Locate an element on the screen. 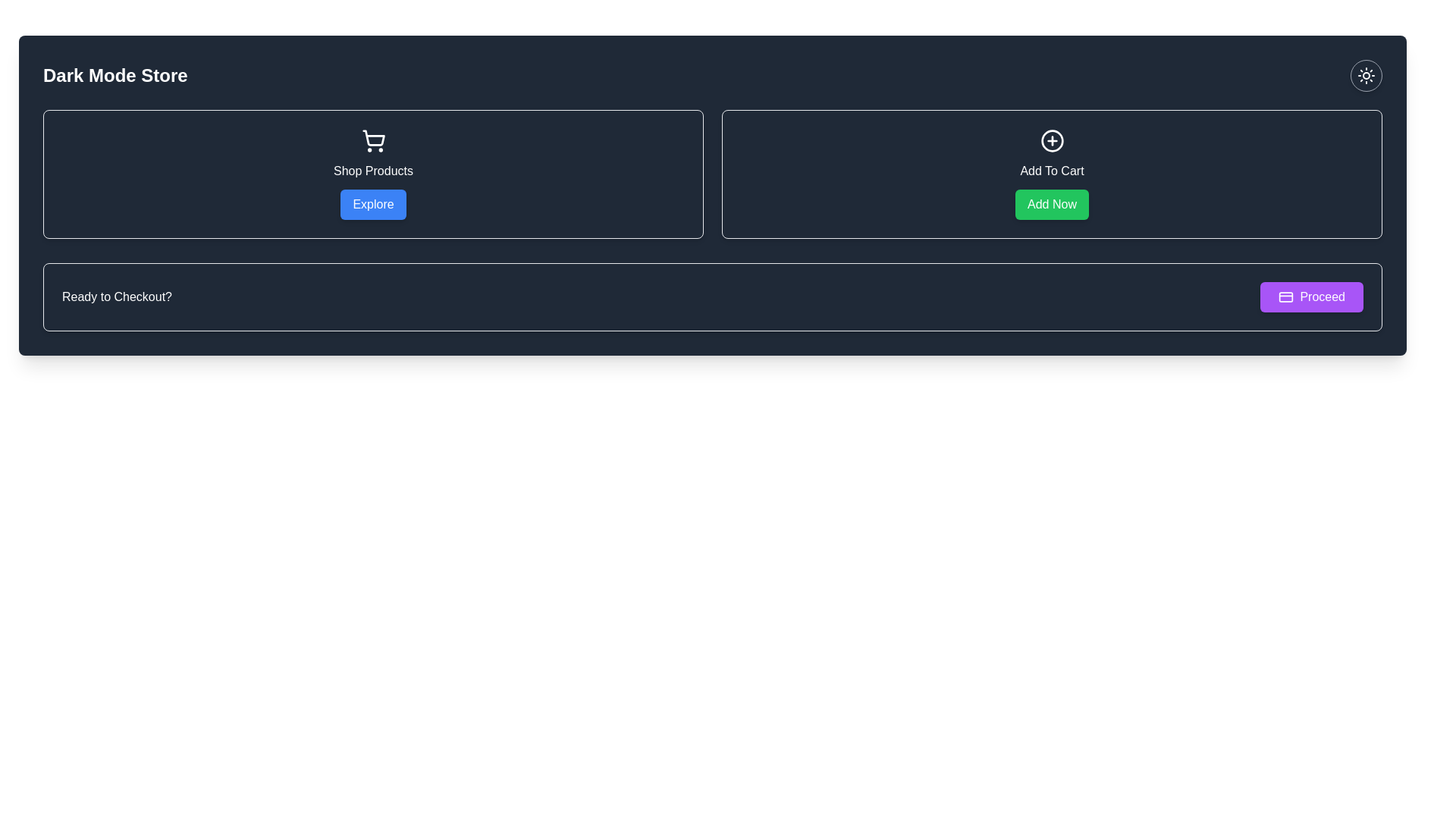  the circular button with a sun-like icon at the top right corner of the header bar is located at coordinates (1366, 76).